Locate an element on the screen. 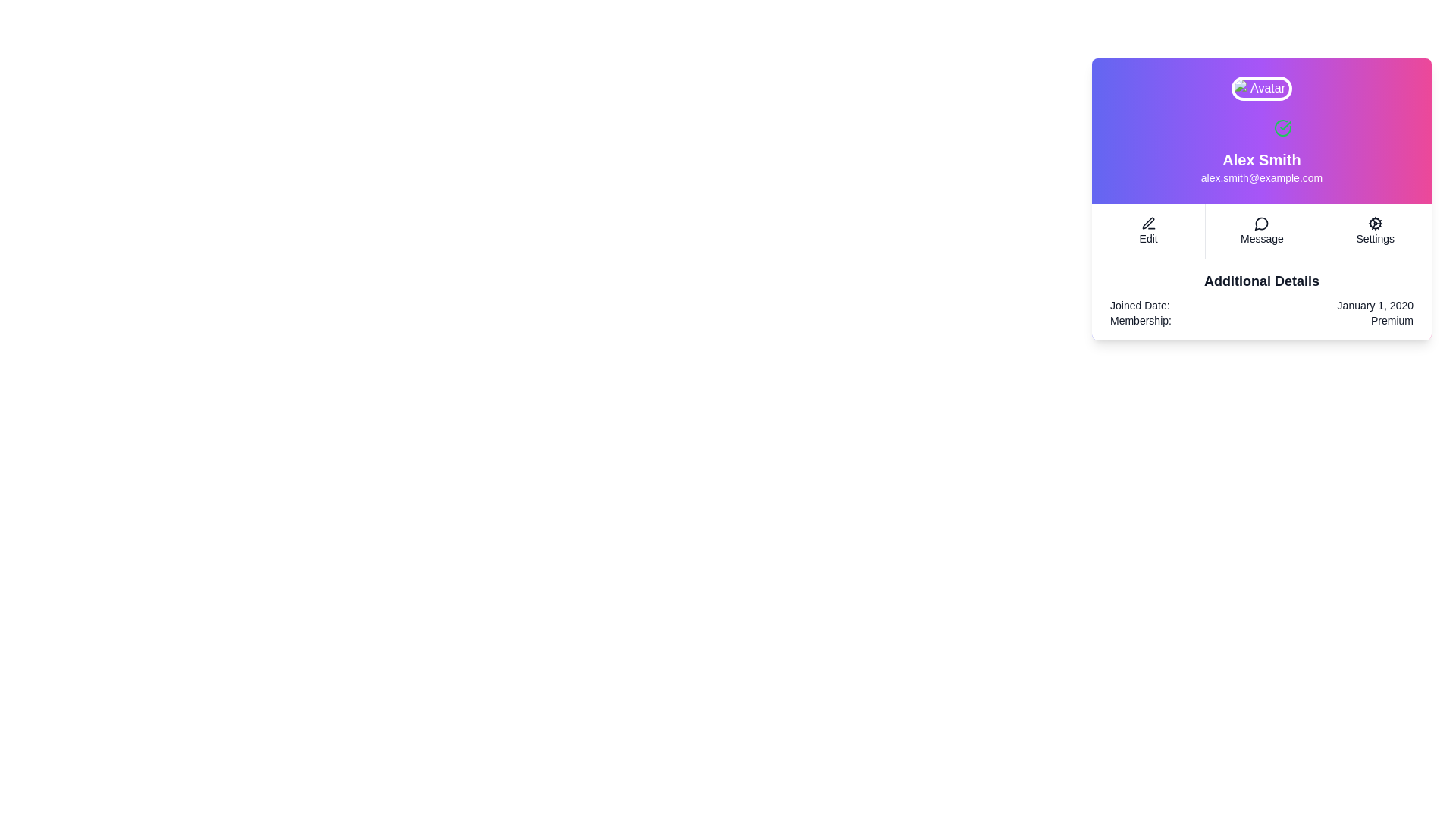  the text label indicating the user's membership category located beneath the 'Joined Date:' field in the 'Additional Details' section is located at coordinates (1141, 320).